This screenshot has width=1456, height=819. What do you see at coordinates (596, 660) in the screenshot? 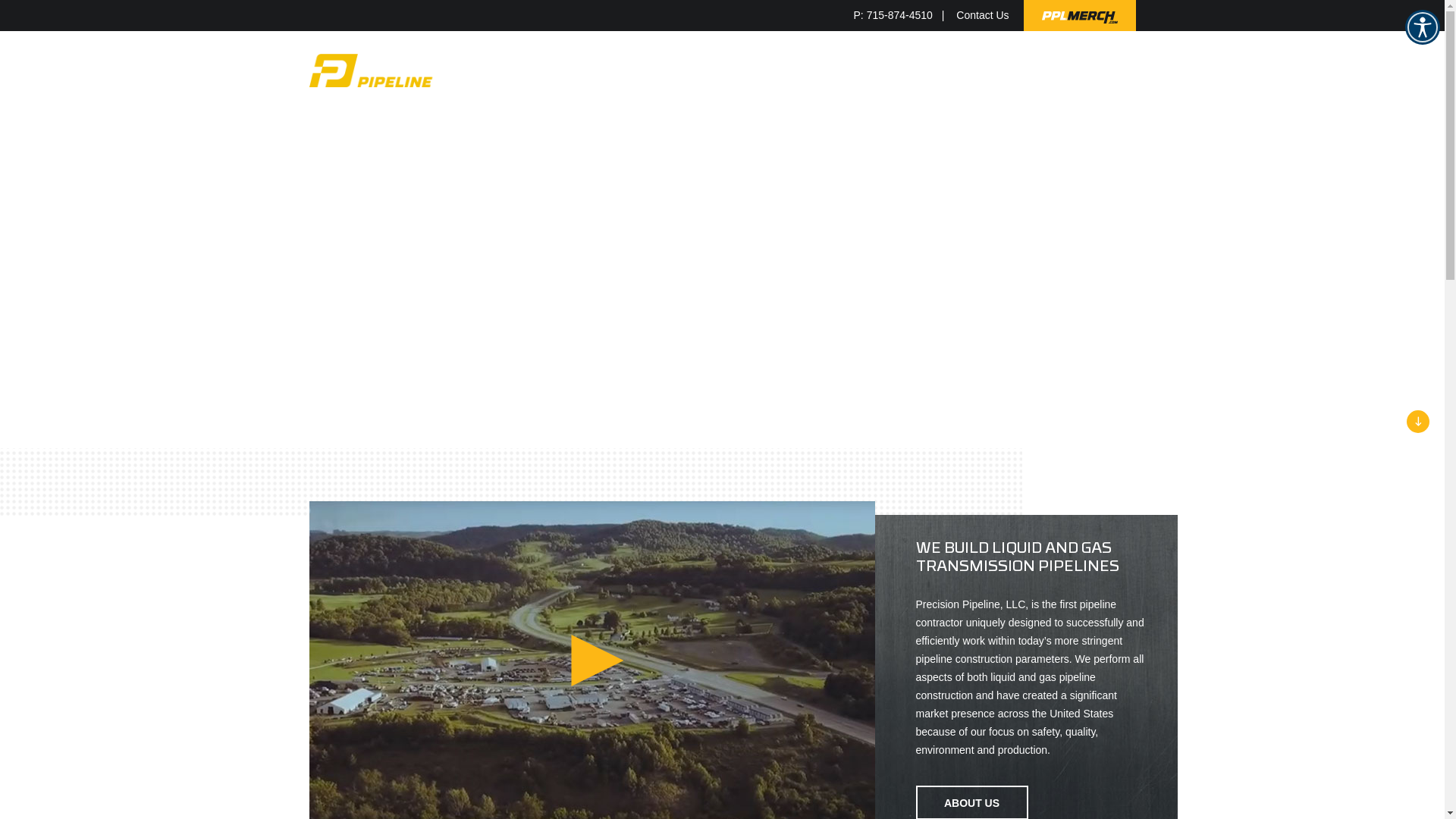
I see `'Play Video'` at bounding box center [596, 660].